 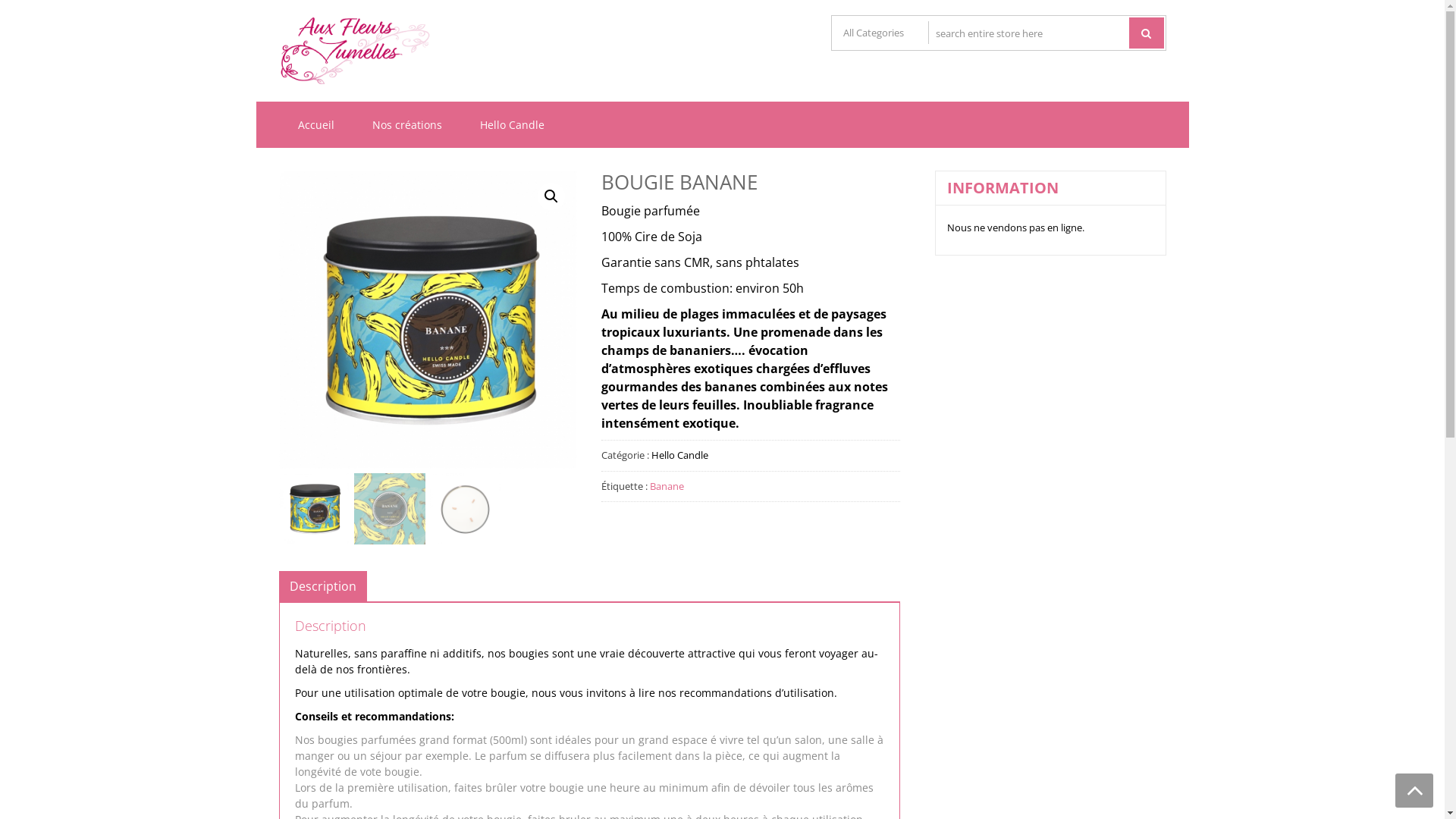 I want to click on 'Bougie_banane_1', so click(x=427, y=318).